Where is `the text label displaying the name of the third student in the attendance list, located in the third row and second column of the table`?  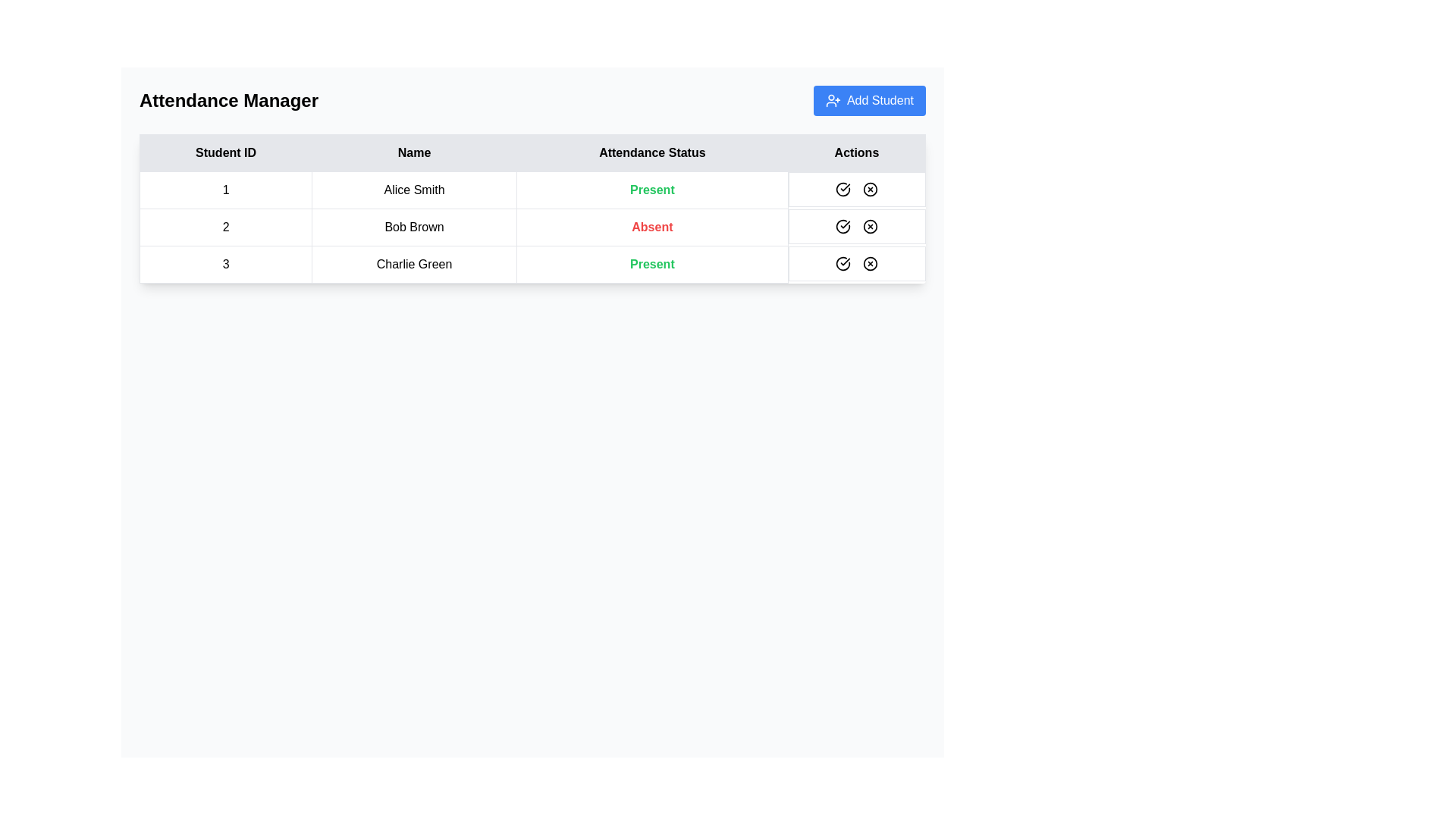
the text label displaying the name of the third student in the attendance list, located in the third row and second column of the table is located at coordinates (414, 263).